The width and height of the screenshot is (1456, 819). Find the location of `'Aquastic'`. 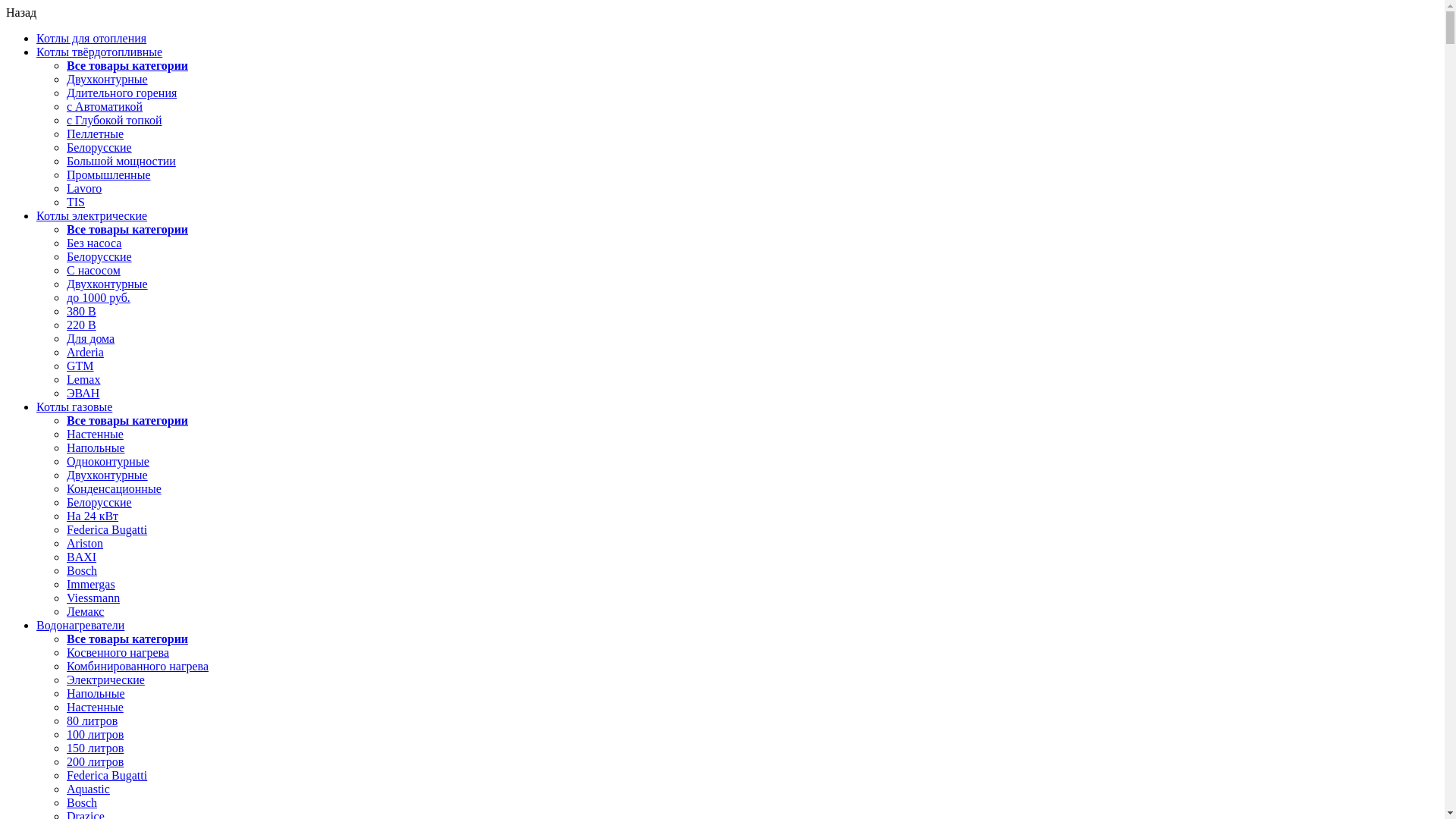

'Aquastic' is located at coordinates (87, 788).